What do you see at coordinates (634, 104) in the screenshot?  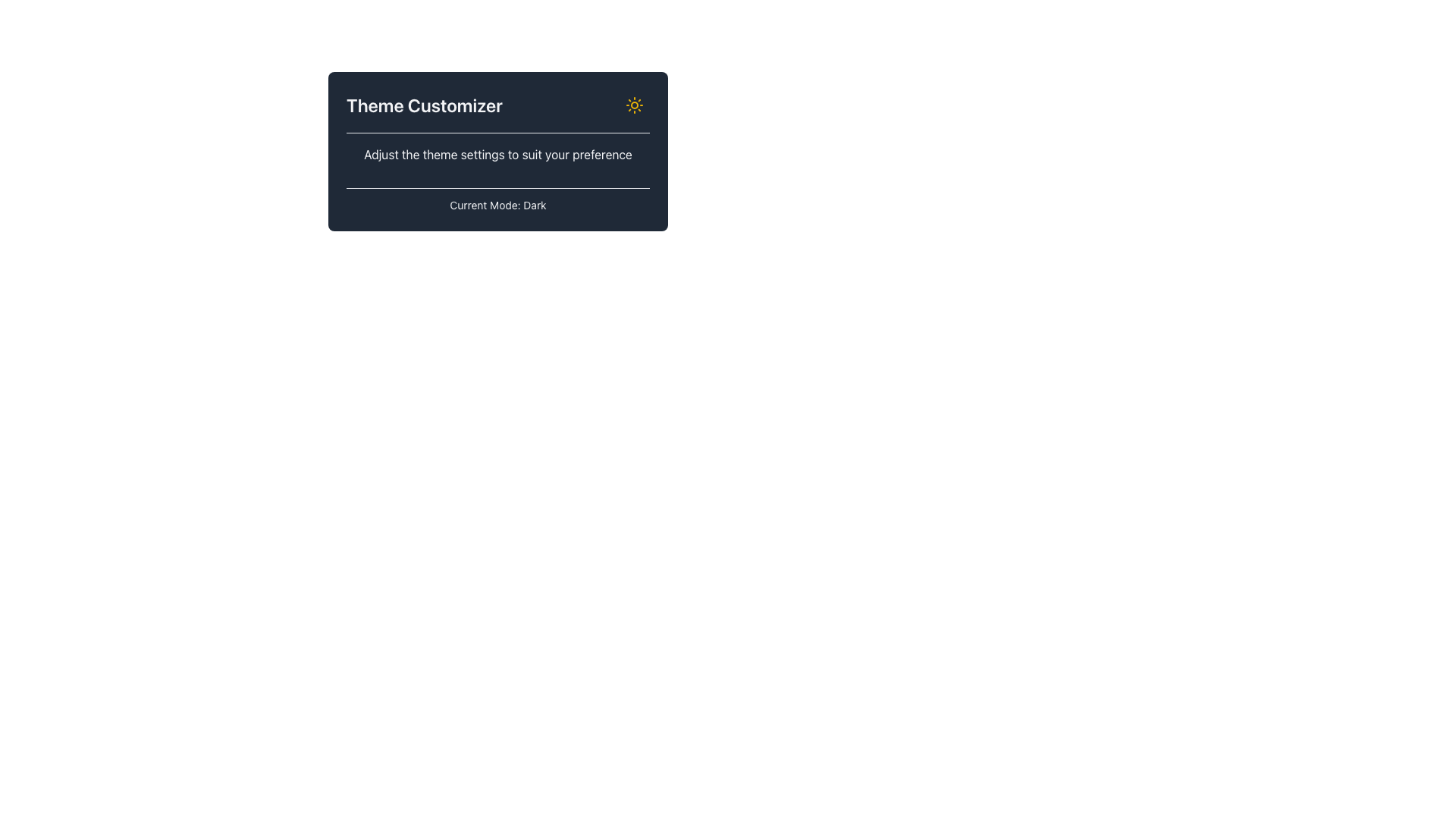 I see `the yellow sun icon located in the top-right section of the Theme Customizer interface` at bounding box center [634, 104].